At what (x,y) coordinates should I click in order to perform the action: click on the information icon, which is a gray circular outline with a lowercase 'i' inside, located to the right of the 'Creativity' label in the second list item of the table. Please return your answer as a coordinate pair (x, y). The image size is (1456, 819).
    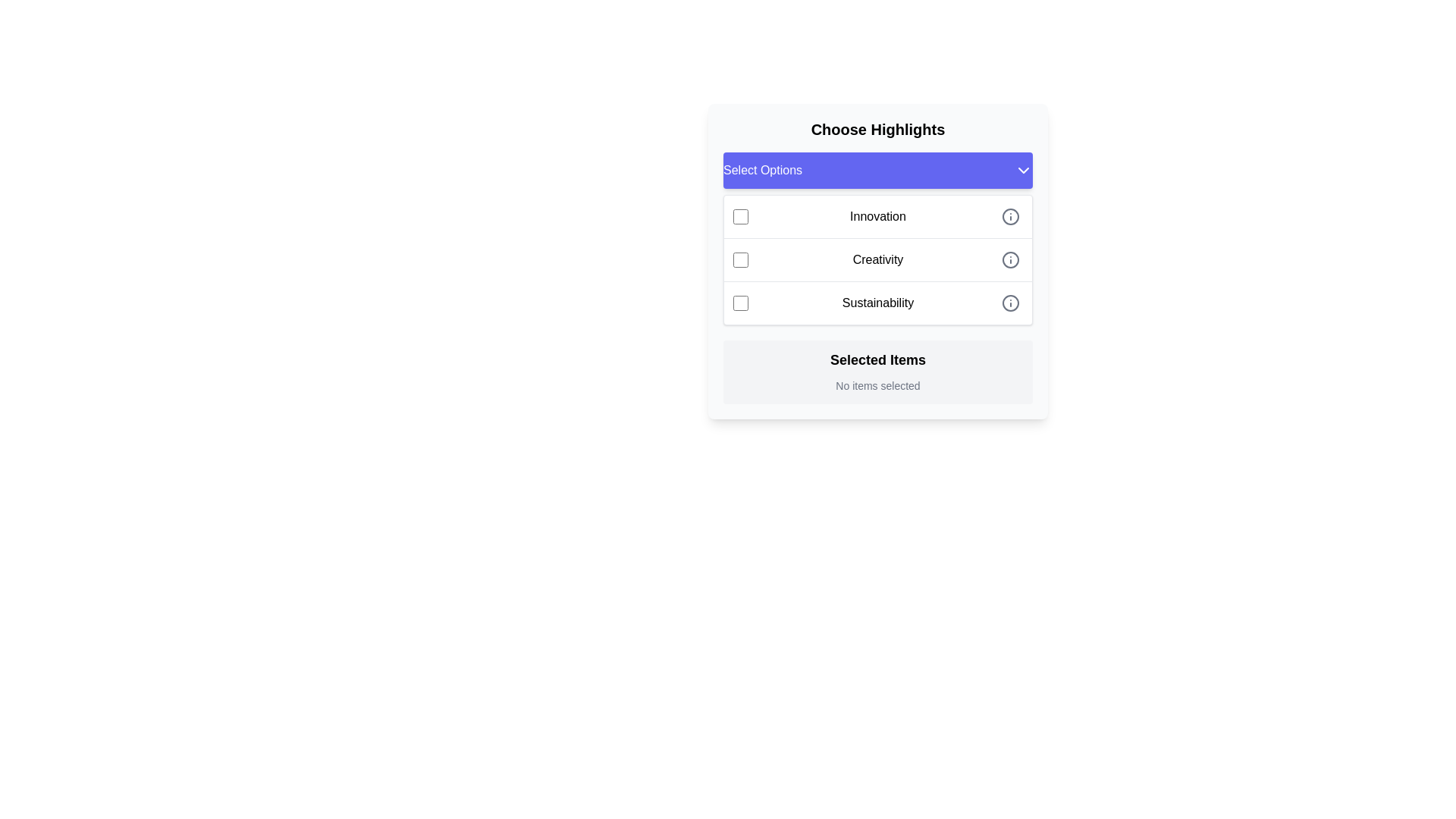
    Looking at the image, I should click on (1011, 259).